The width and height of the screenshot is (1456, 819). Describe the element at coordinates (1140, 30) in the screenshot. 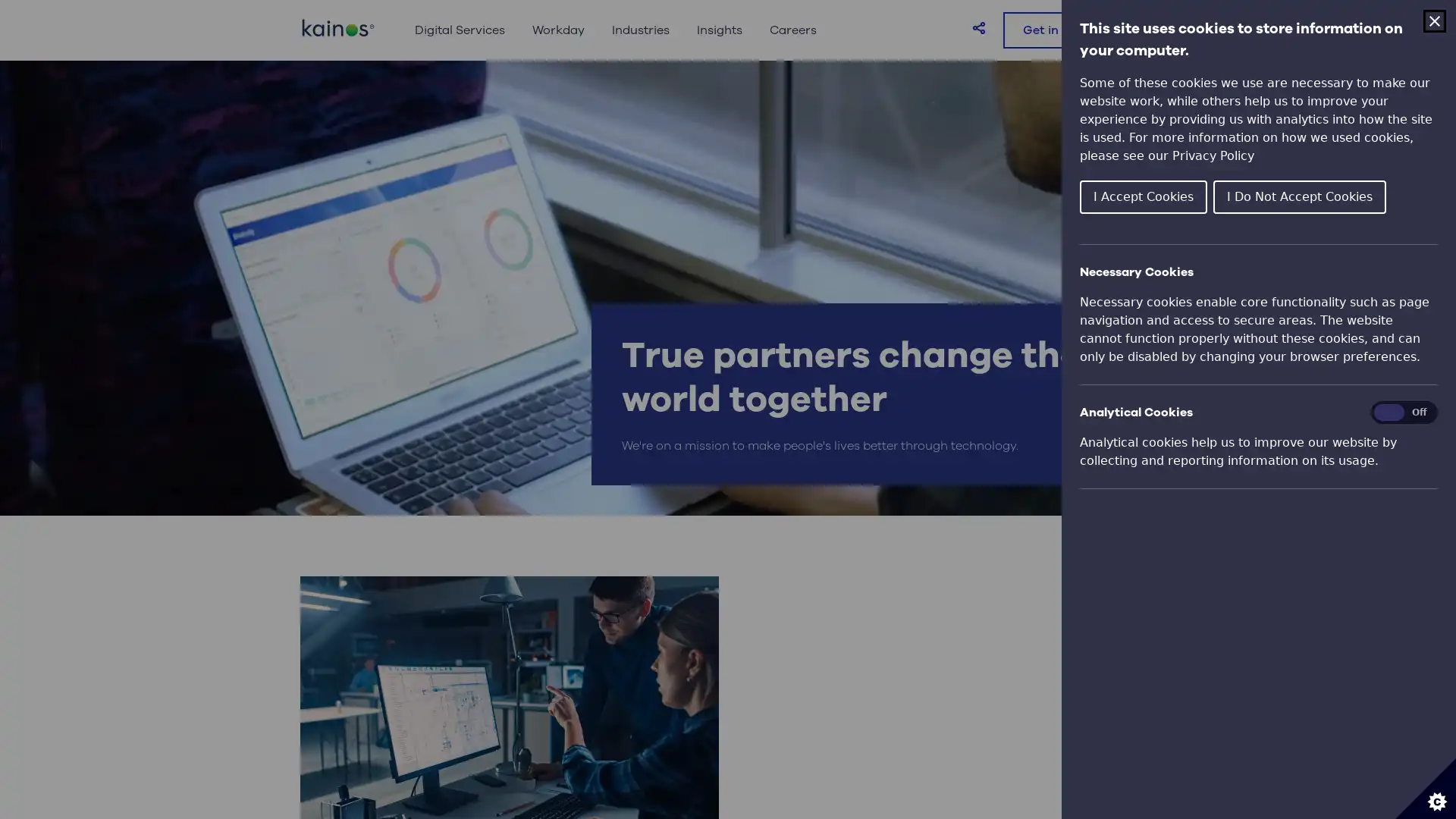

I see `Search` at that location.